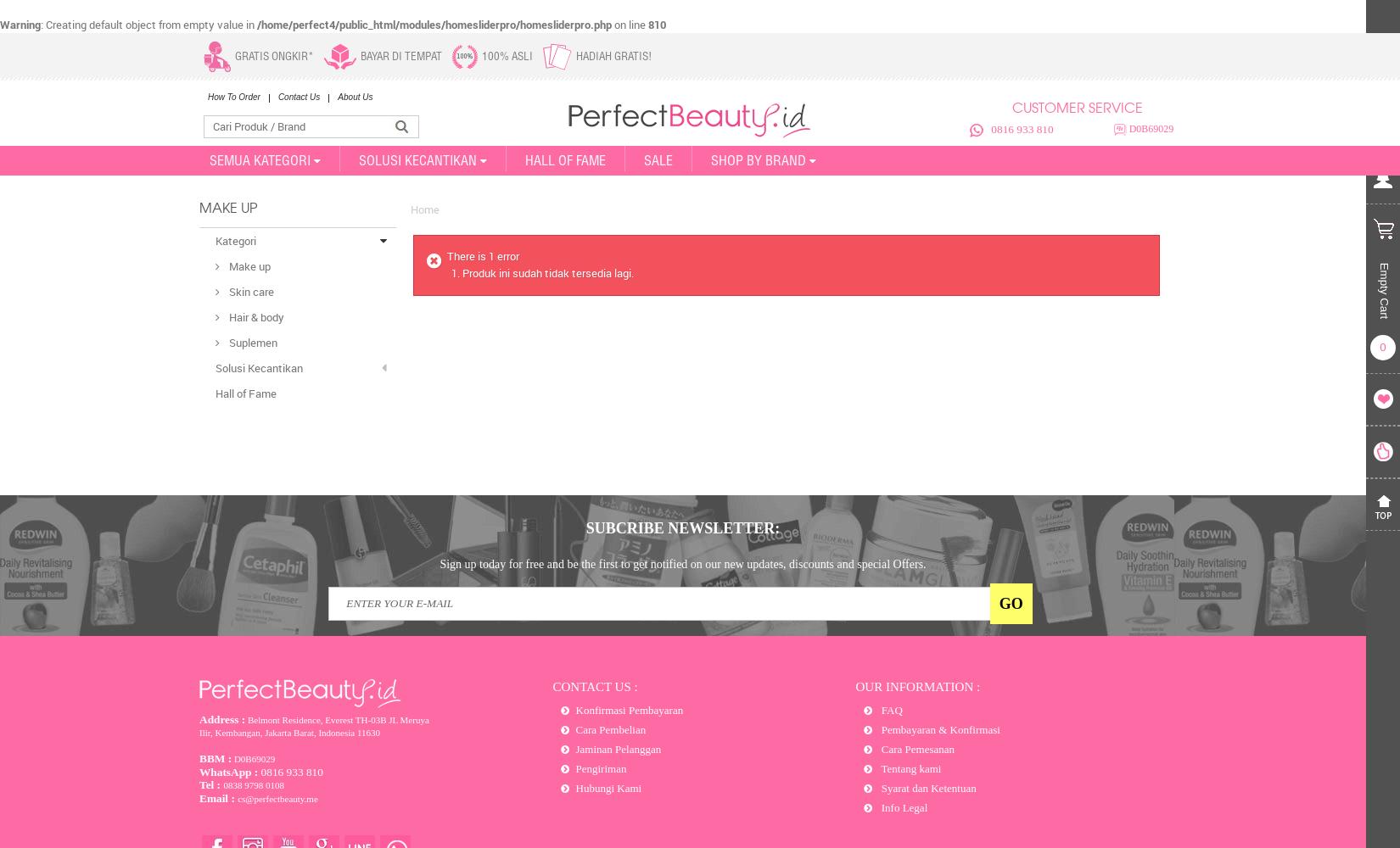  I want to click on 'D0B69029', so click(1148, 129).